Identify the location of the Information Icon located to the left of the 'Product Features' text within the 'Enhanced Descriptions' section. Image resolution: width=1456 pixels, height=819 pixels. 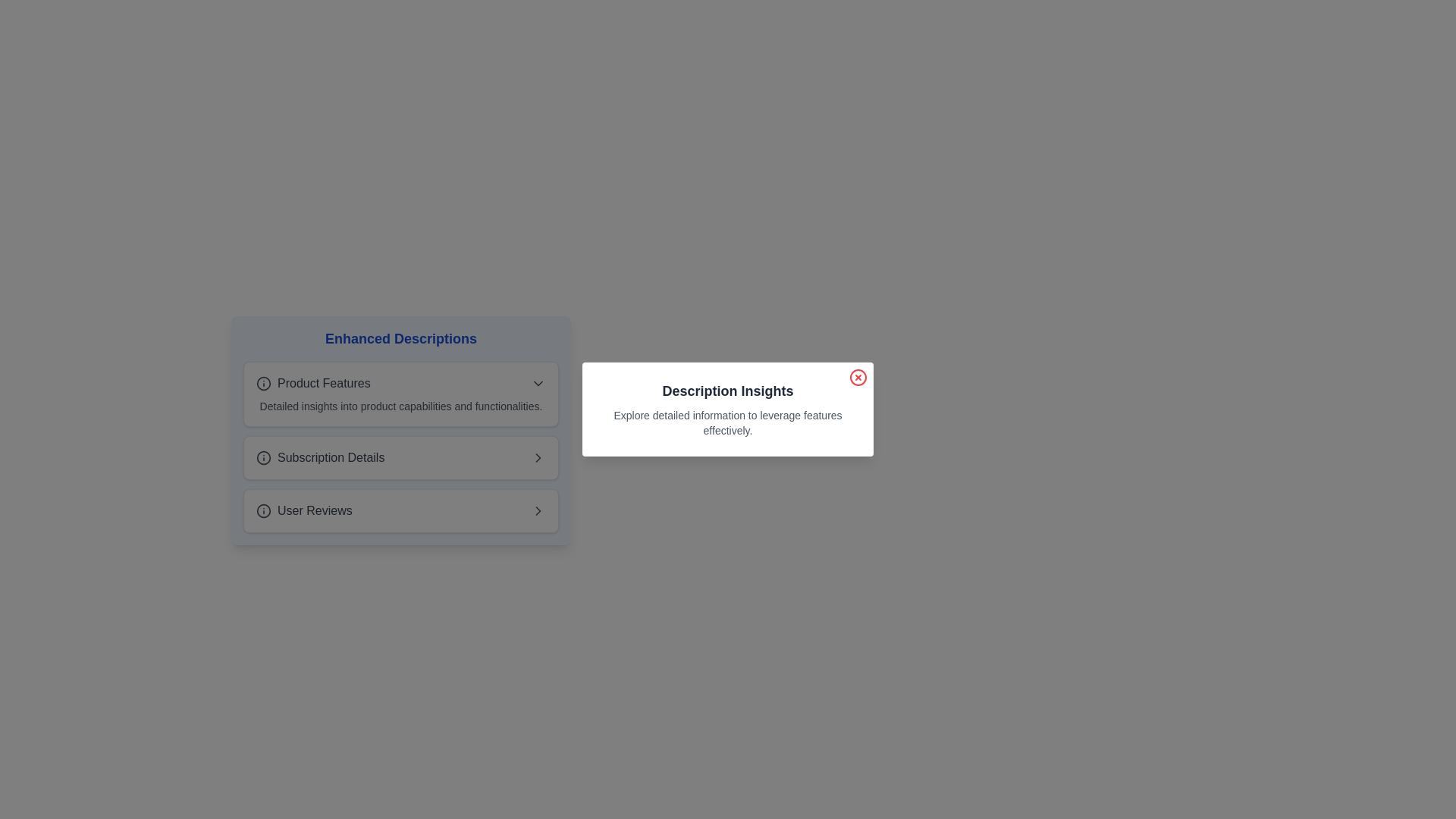
(263, 382).